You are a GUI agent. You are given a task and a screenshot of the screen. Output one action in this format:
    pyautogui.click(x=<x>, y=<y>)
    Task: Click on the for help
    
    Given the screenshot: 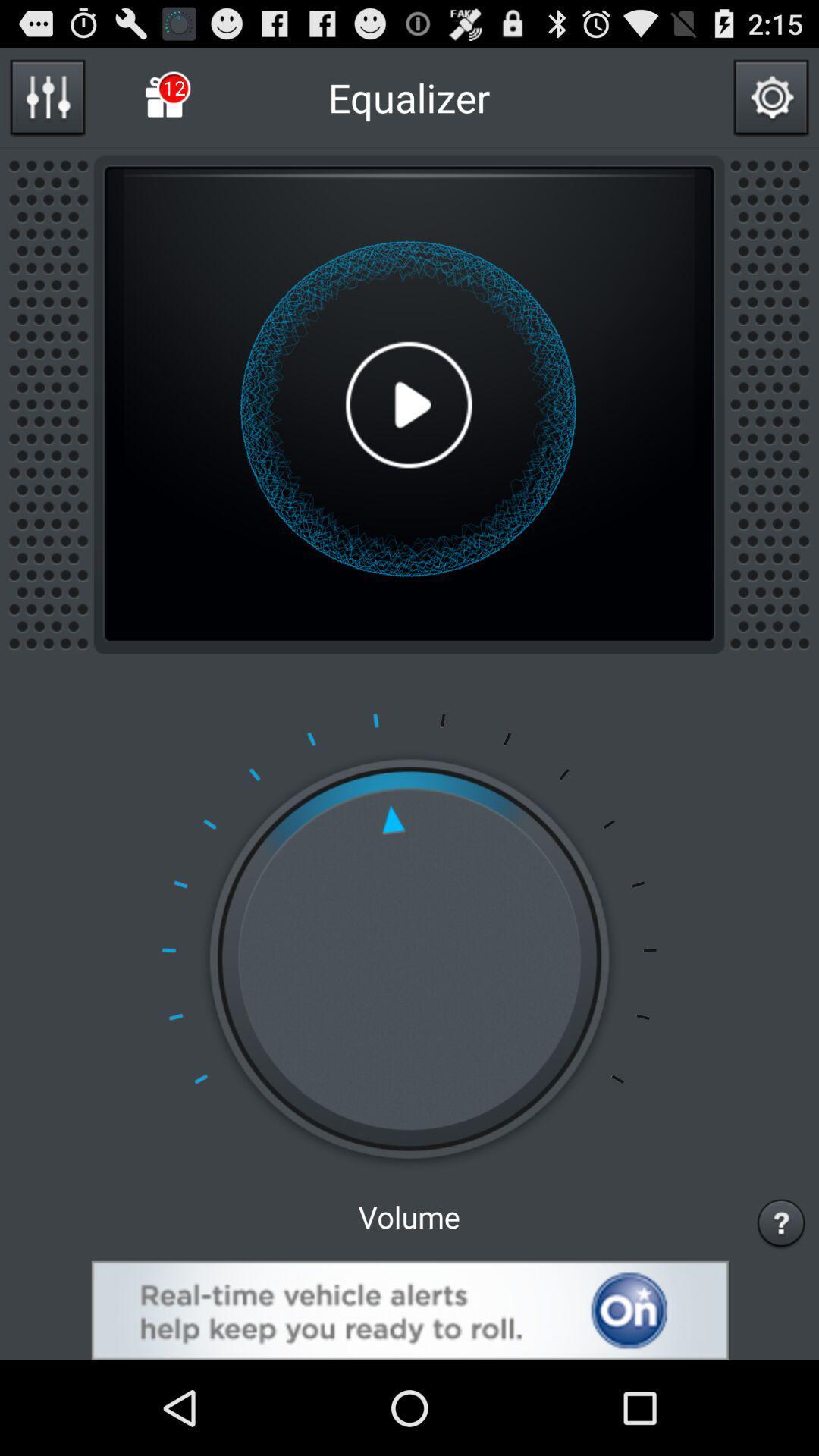 What is the action you would take?
    pyautogui.click(x=781, y=1222)
    